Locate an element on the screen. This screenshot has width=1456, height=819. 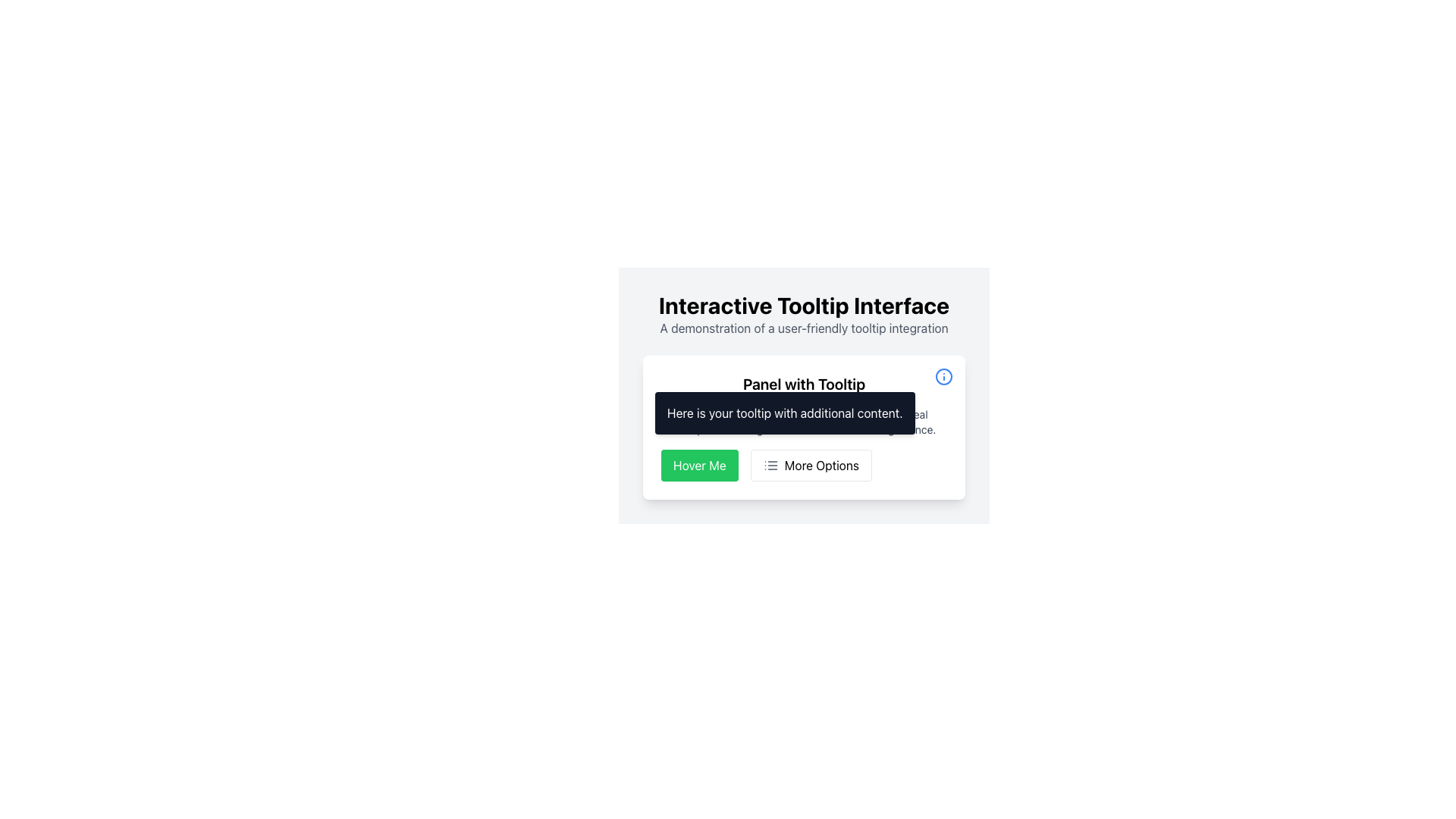
the information icon located in the top-right corner of the 'Panel with Tooltip' is located at coordinates (943, 376).